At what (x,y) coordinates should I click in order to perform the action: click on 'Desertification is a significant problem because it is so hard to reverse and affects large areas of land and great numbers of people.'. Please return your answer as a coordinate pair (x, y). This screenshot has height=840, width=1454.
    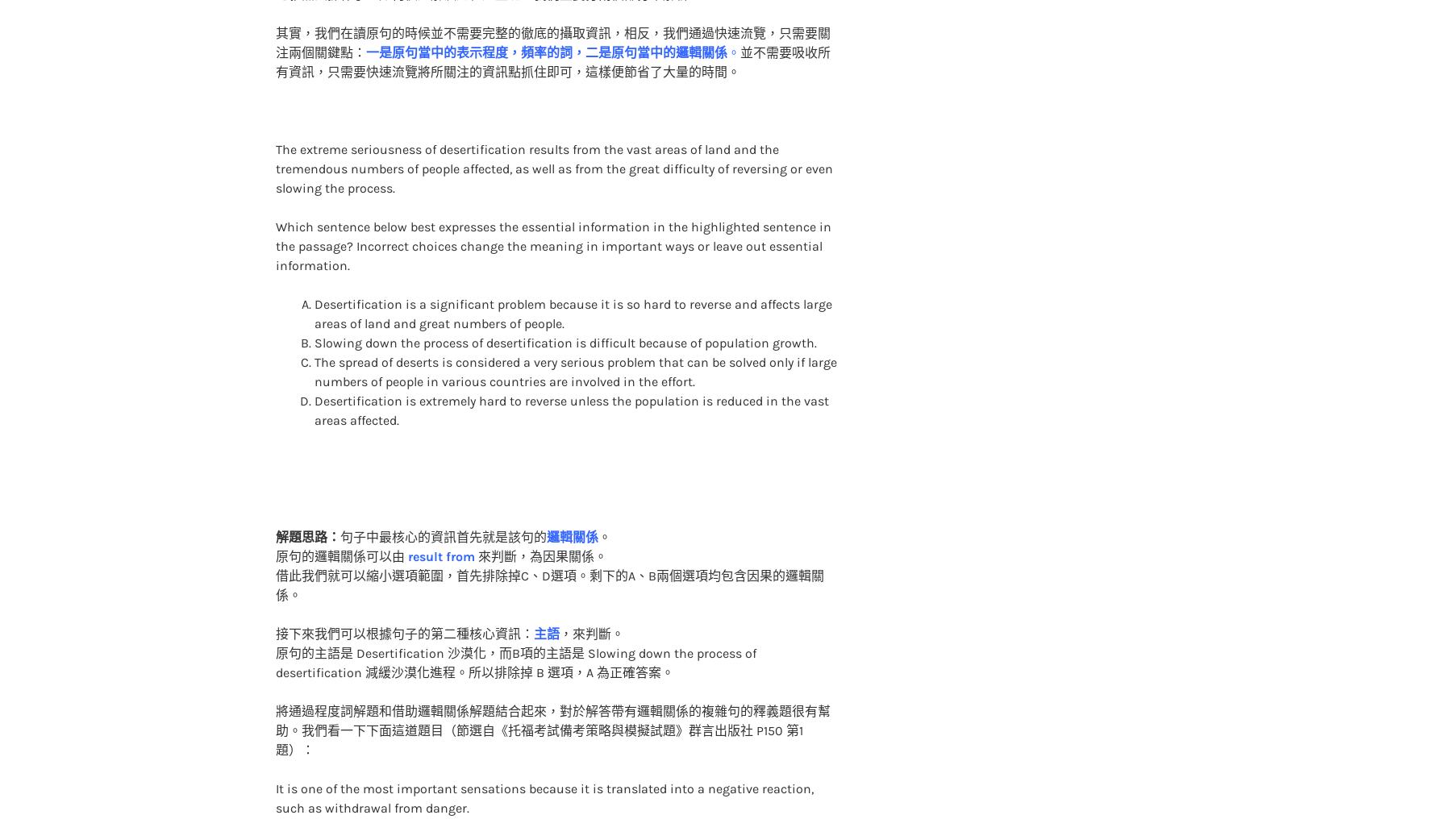
    Looking at the image, I should click on (572, 281).